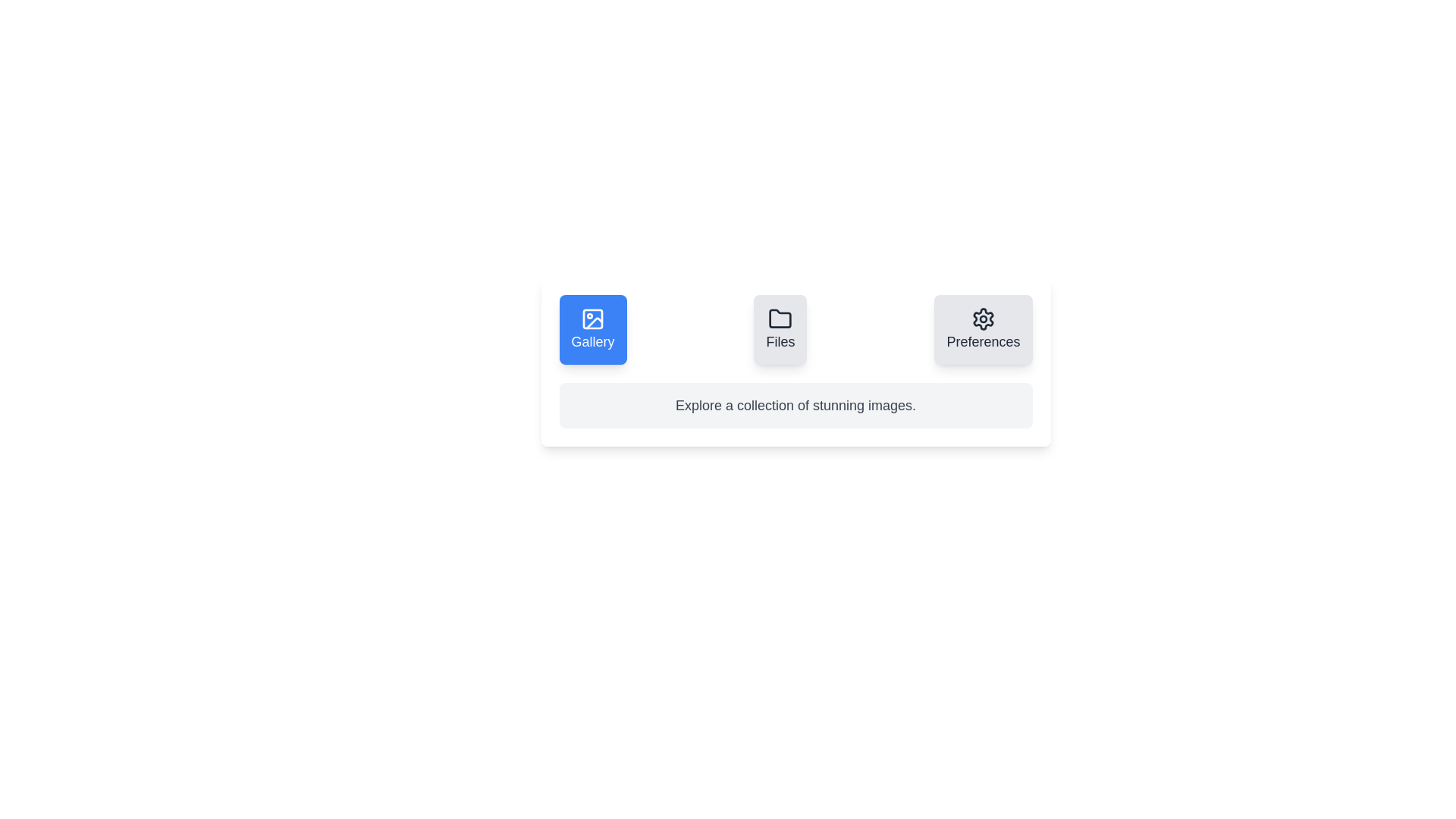 The height and width of the screenshot is (819, 1456). Describe the element at coordinates (780, 329) in the screenshot. I see `the Files tab` at that location.